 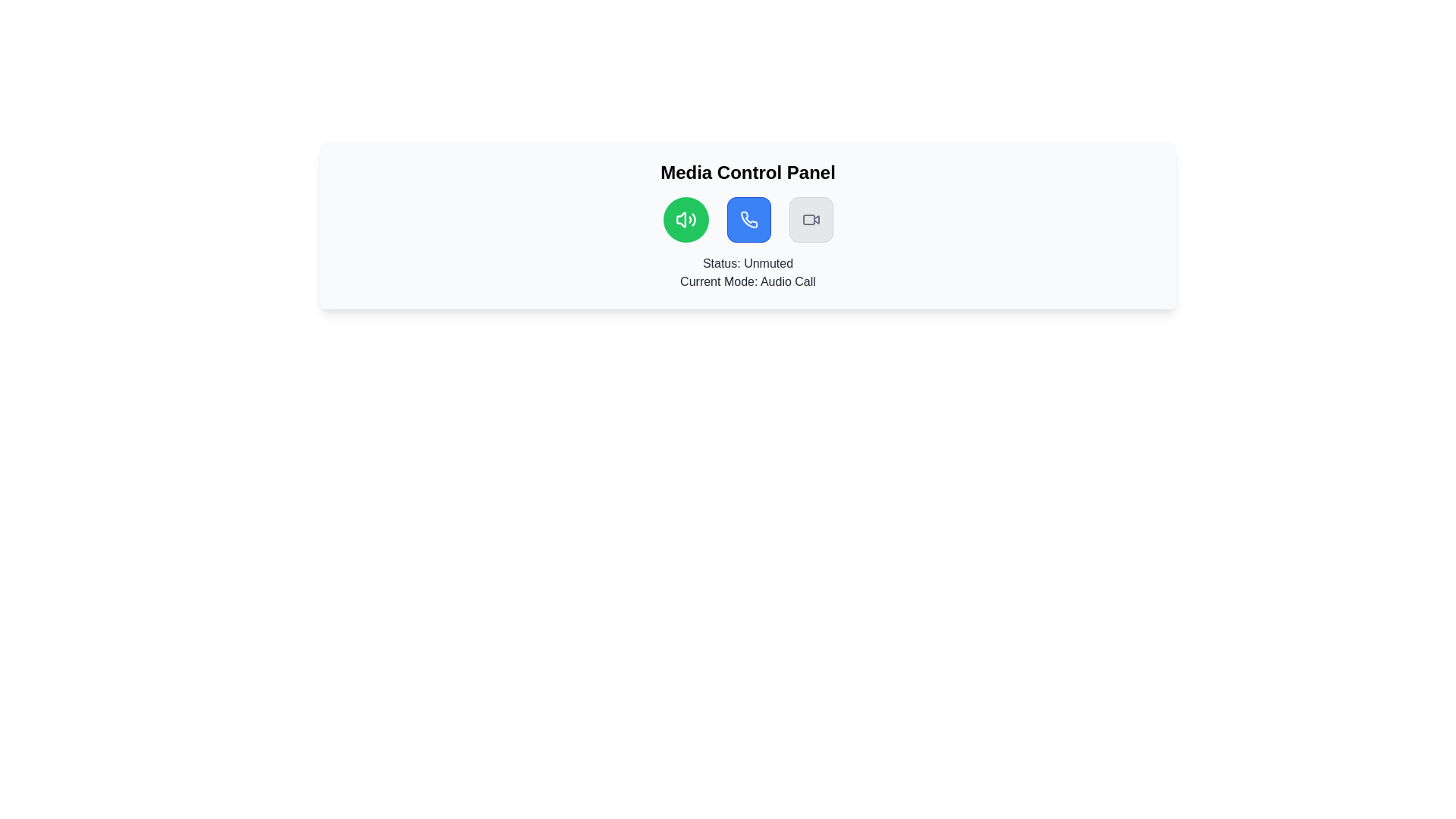 What do you see at coordinates (748, 271) in the screenshot?
I see `the Text Display element that indicates the current status ('Unmuted') and mode ('Audio Call') within the 'Media Control Panel' section` at bounding box center [748, 271].